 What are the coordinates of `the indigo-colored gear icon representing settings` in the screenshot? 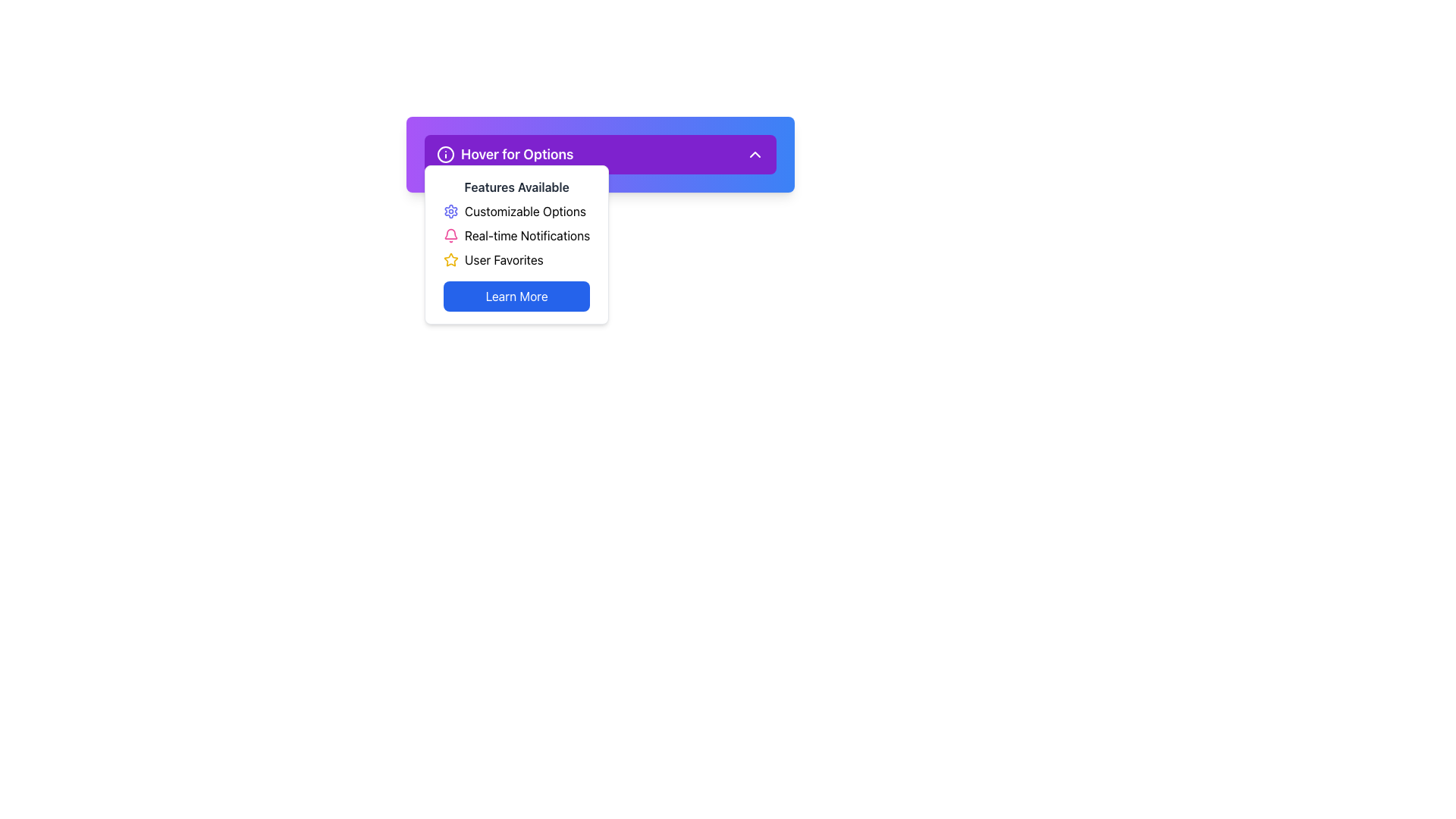 It's located at (450, 211).